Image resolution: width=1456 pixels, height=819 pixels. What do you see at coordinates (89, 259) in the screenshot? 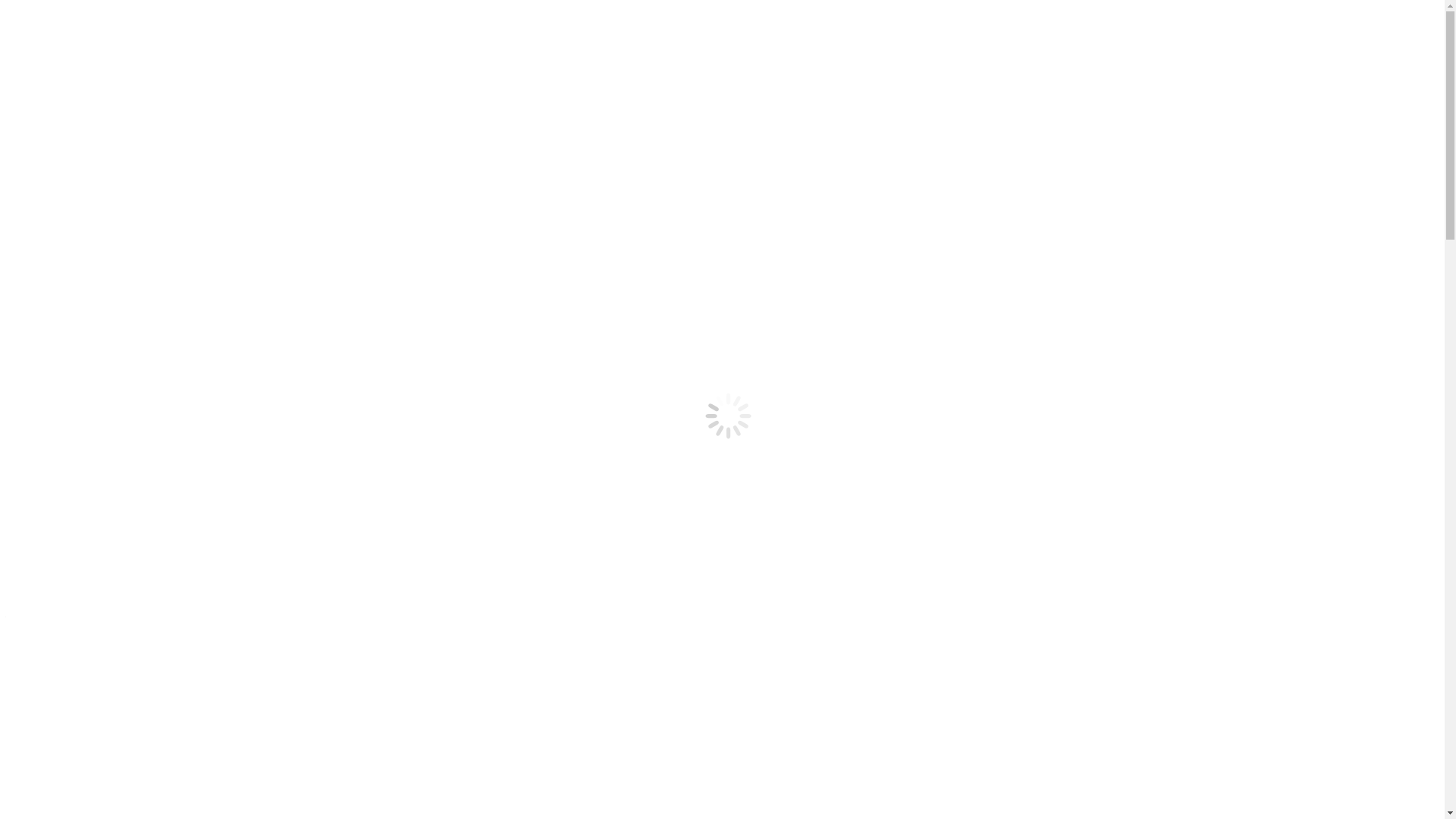
I see `'Matt Makens Weather'` at bounding box center [89, 259].